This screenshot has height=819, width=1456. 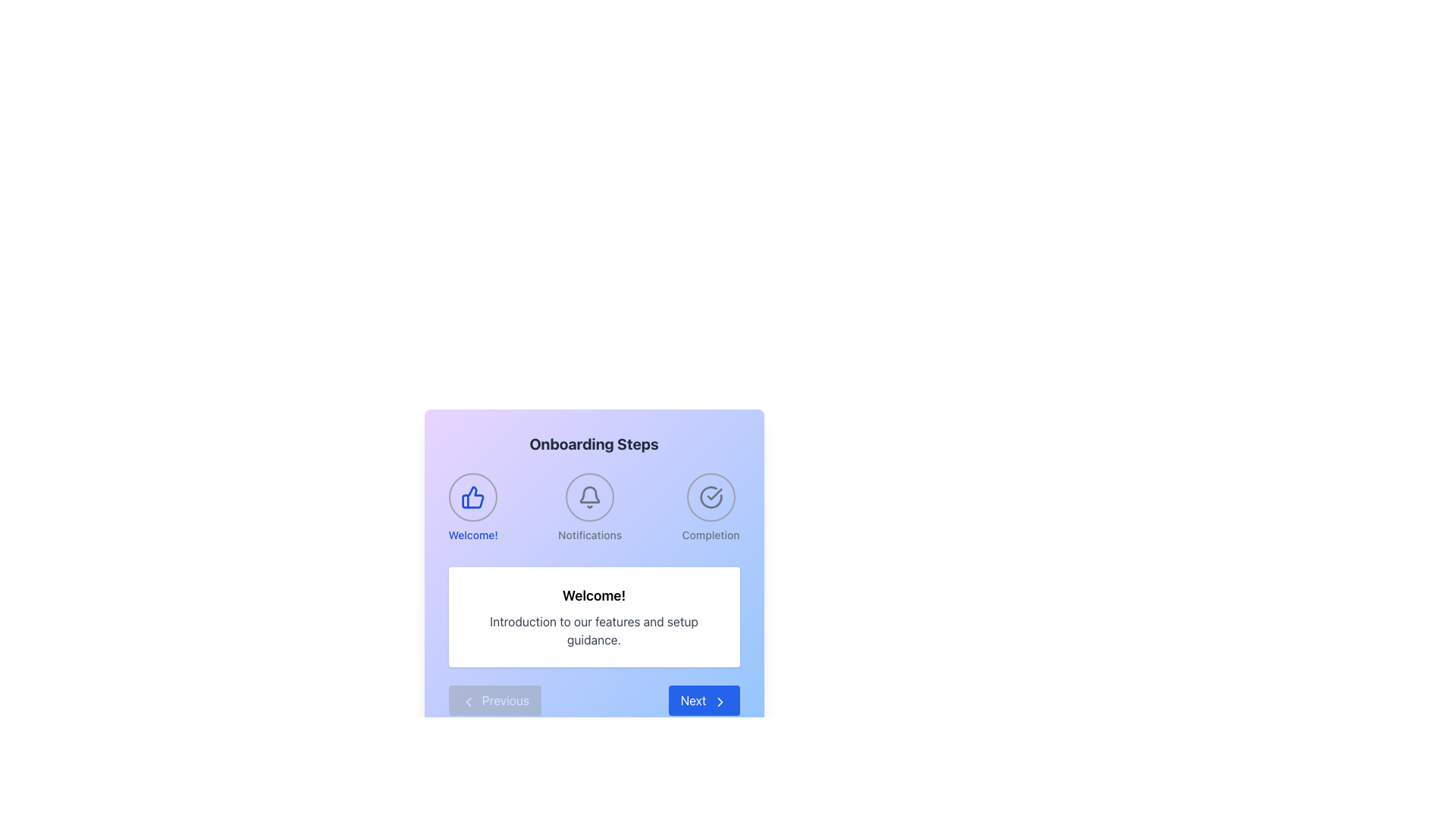 I want to click on the 'thumbs-up' icon with a thin, blue outline in the 'Onboarding Steps' section, so click(x=472, y=497).